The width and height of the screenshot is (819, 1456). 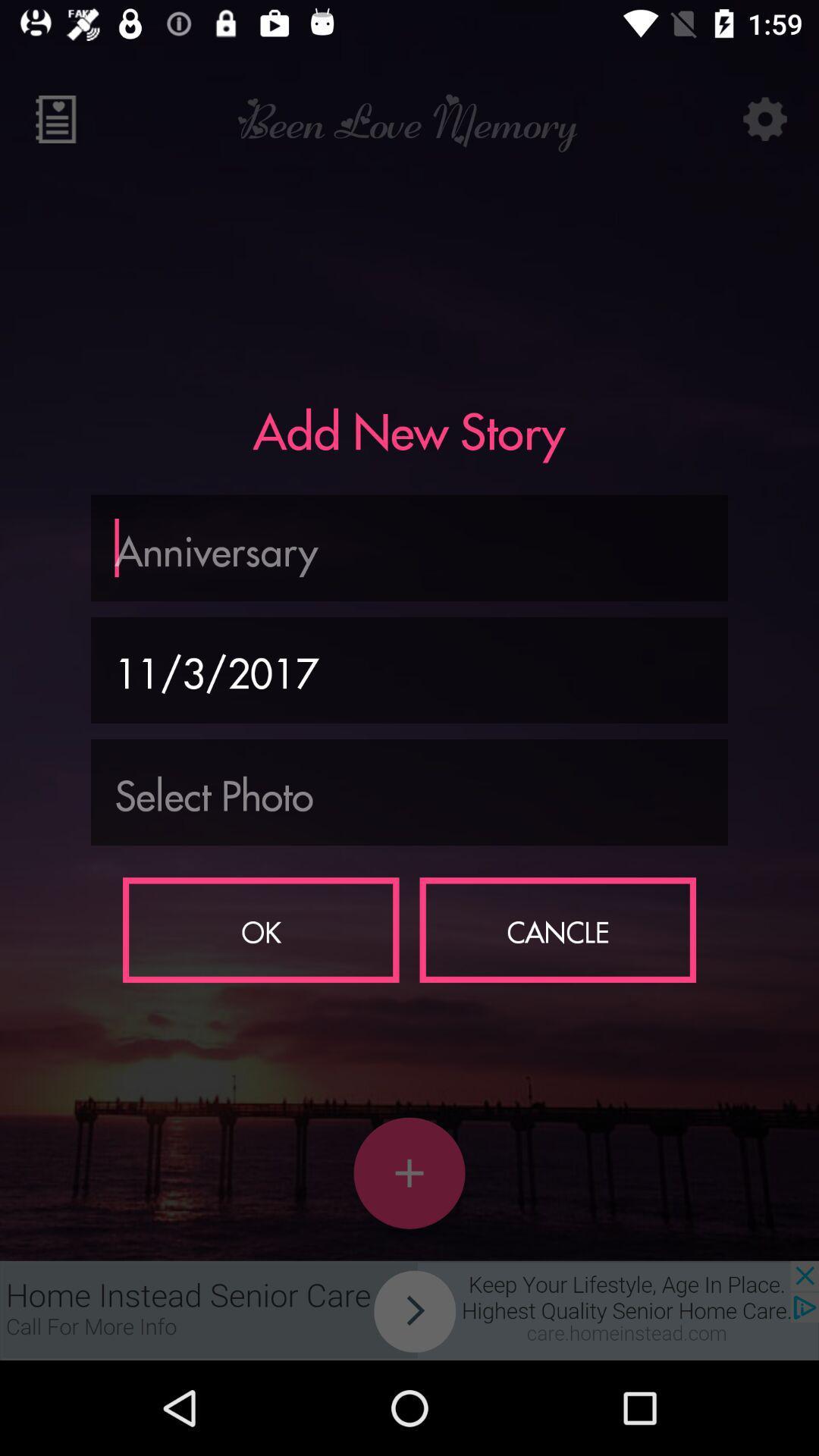 I want to click on item to the left of the cancle, so click(x=260, y=929).